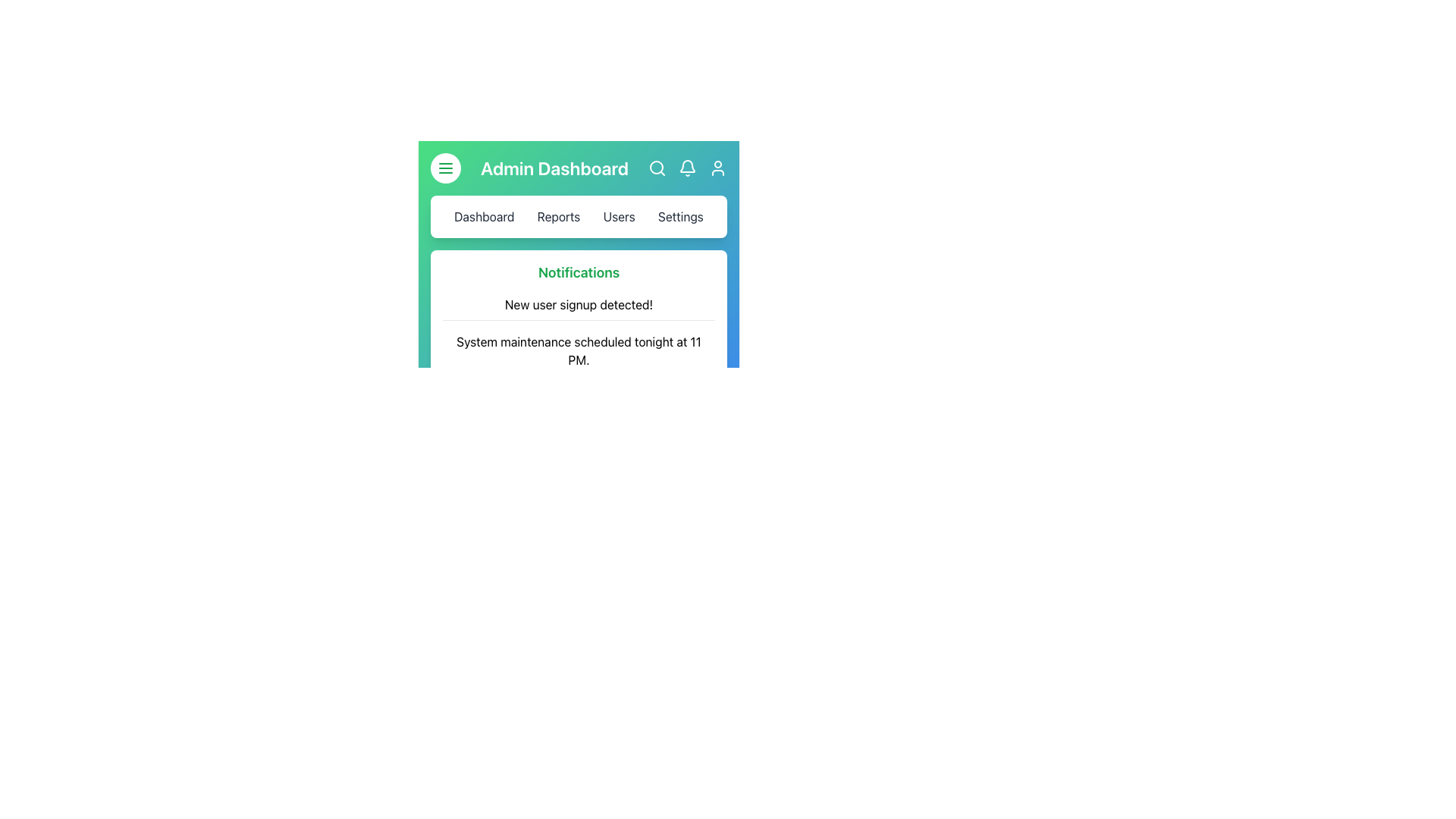 Image resolution: width=1456 pixels, height=819 pixels. Describe the element at coordinates (578, 350) in the screenshot. I see `notifications displayed in the vertical stack of text notifications within the 'Notifications' card component` at that location.